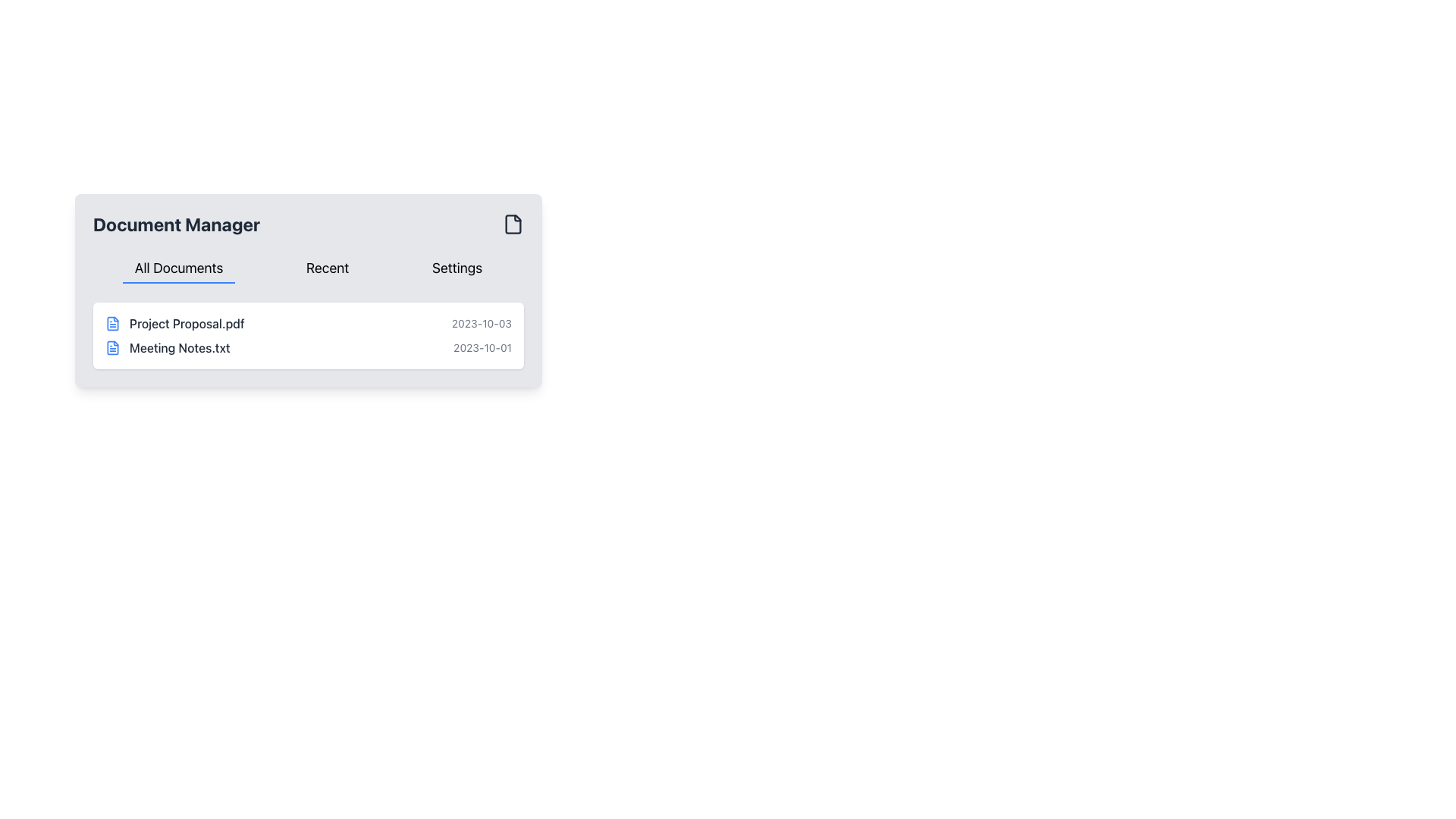  Describe the element at coordinates (111, 323) in the screenshot. I see `the PDF document icon representing 'Project Proposal.pdf' in the 'Document Manager' panel` at that location.